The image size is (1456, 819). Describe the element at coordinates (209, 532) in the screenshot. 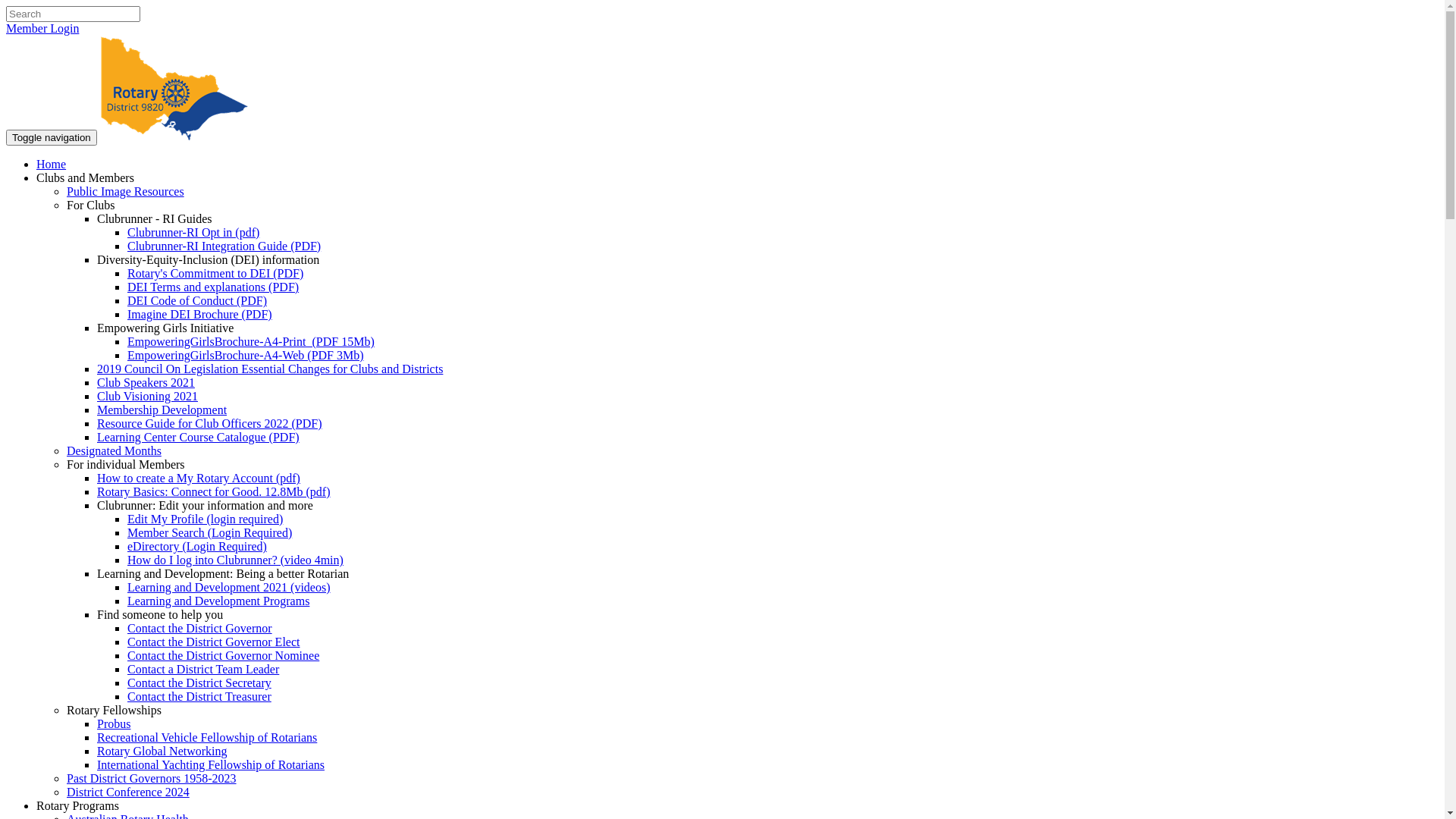

I see `'Member Search (Login Required)'` at that location.